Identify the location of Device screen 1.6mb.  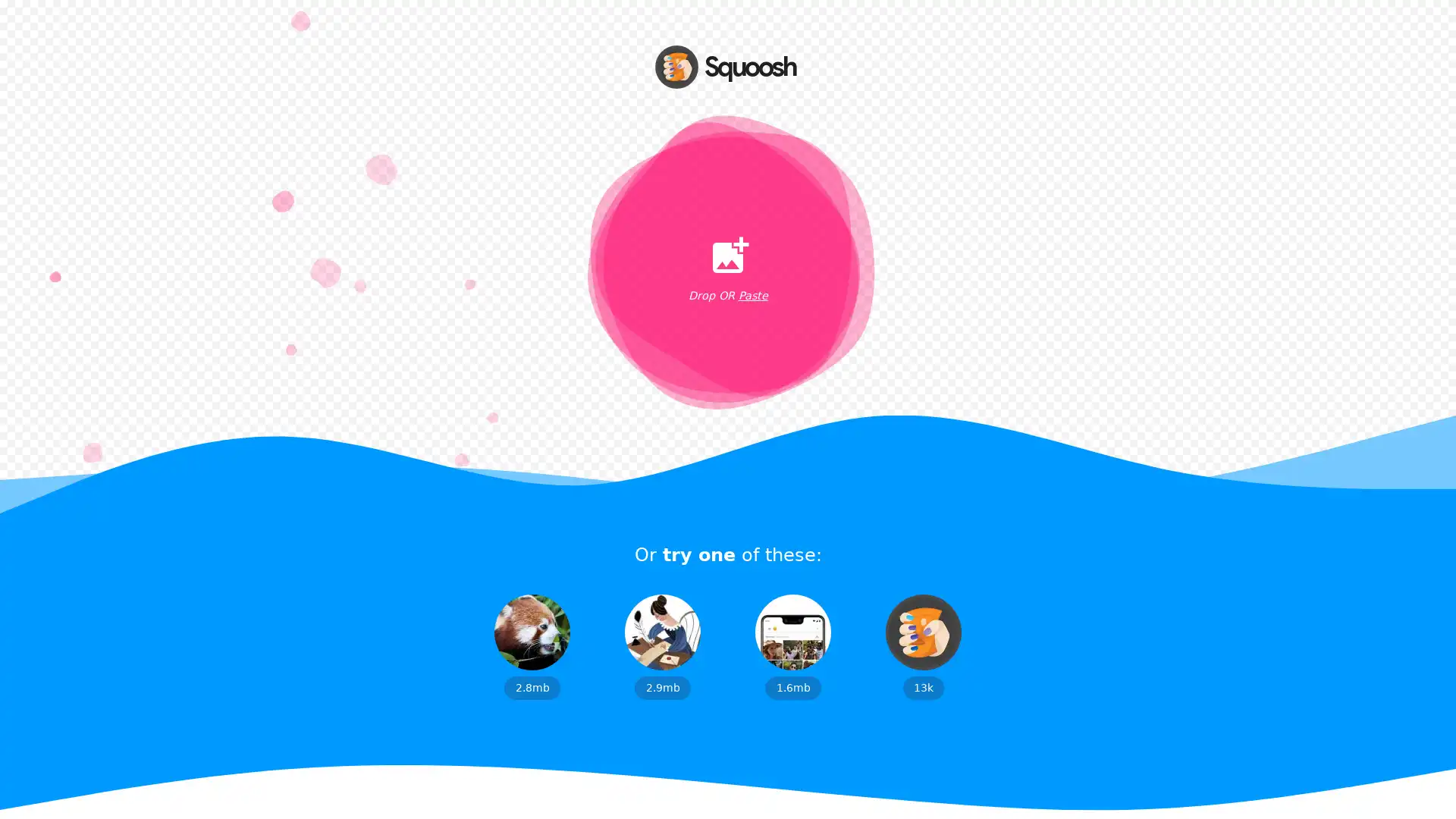
(792, 646).